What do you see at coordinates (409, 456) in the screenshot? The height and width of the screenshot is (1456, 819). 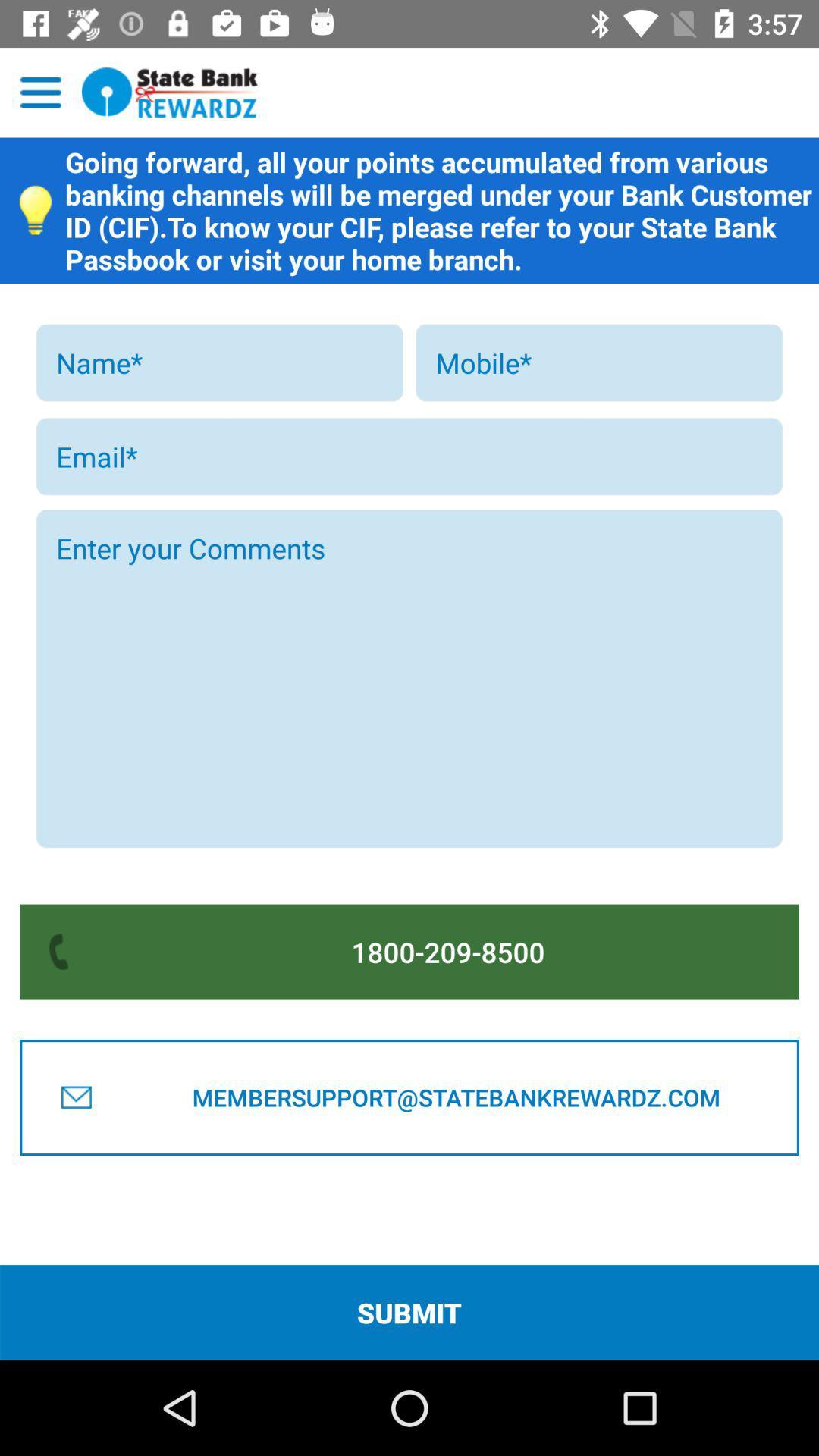 I see `type email bar` at bounding box center [409, 456].